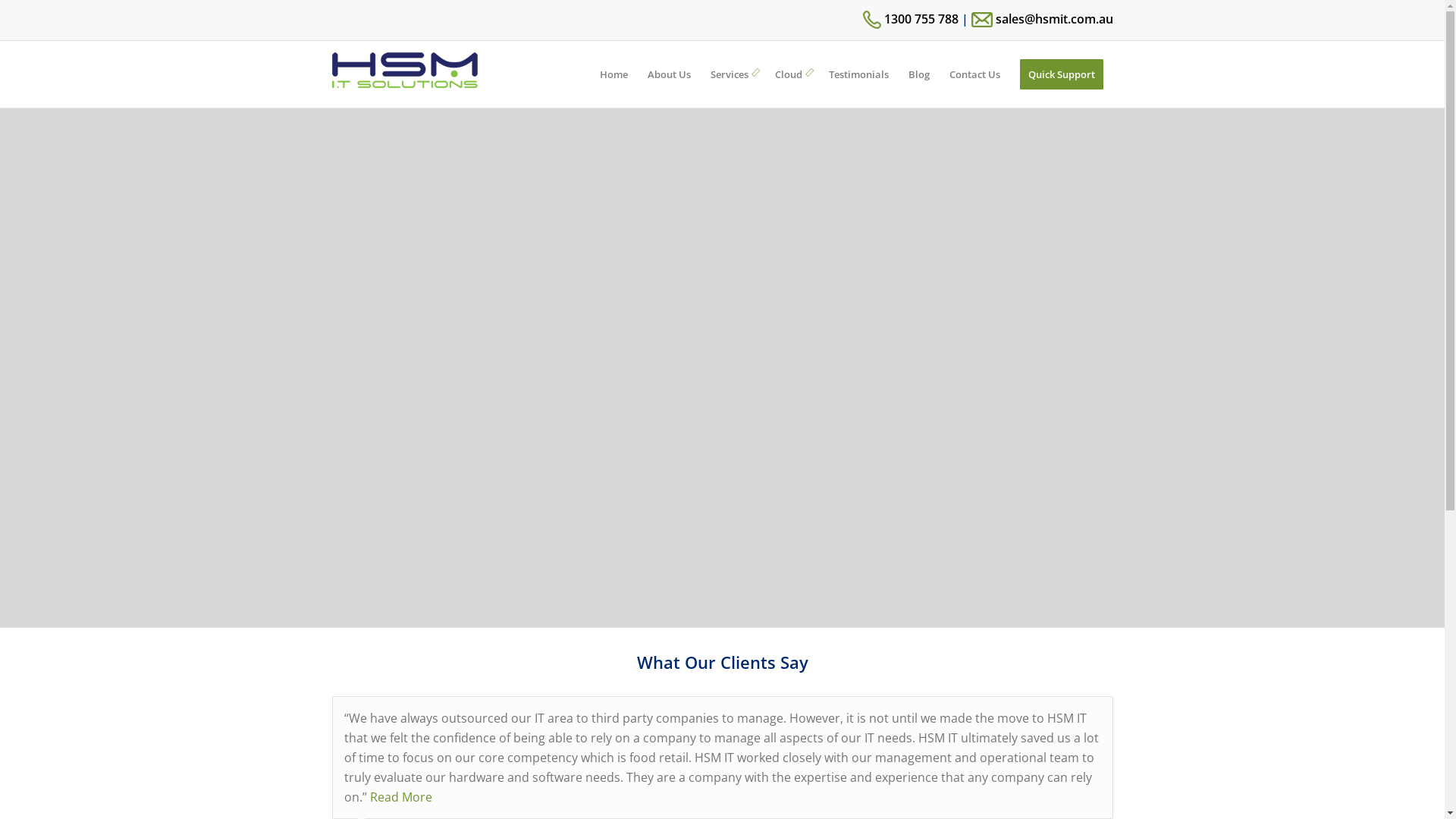 The image size is (1456, 819). What do you see at coordinates (1061, 74) in the screenshot?
I see `'Quick Support'` at bounding box center [1061, 74].